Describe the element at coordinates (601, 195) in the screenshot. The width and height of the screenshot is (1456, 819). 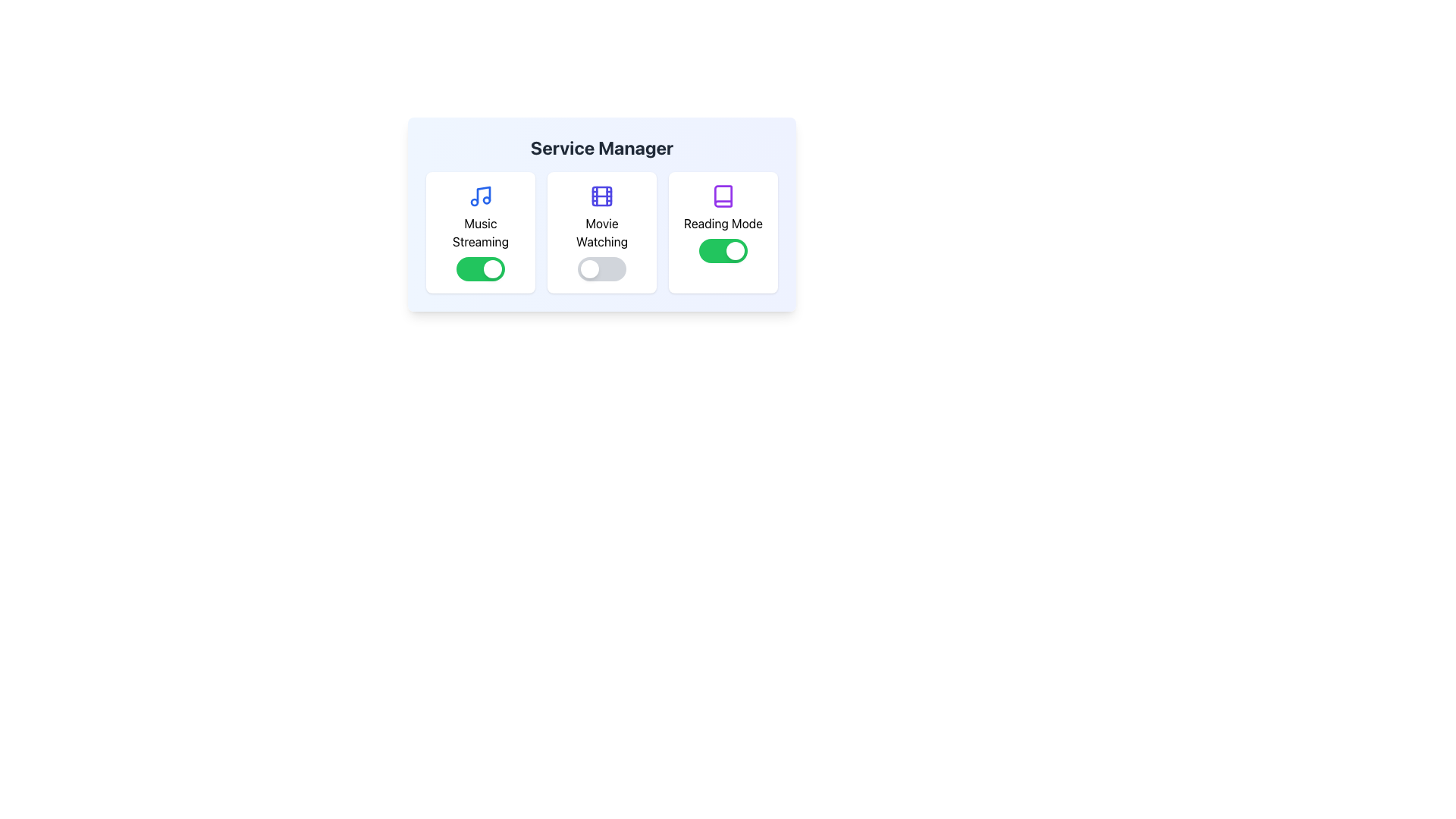
I see `the small rounded rectangle located inside the film reel icon representing 'Movie Watching' under the 'Service Manager' heading` at that location.